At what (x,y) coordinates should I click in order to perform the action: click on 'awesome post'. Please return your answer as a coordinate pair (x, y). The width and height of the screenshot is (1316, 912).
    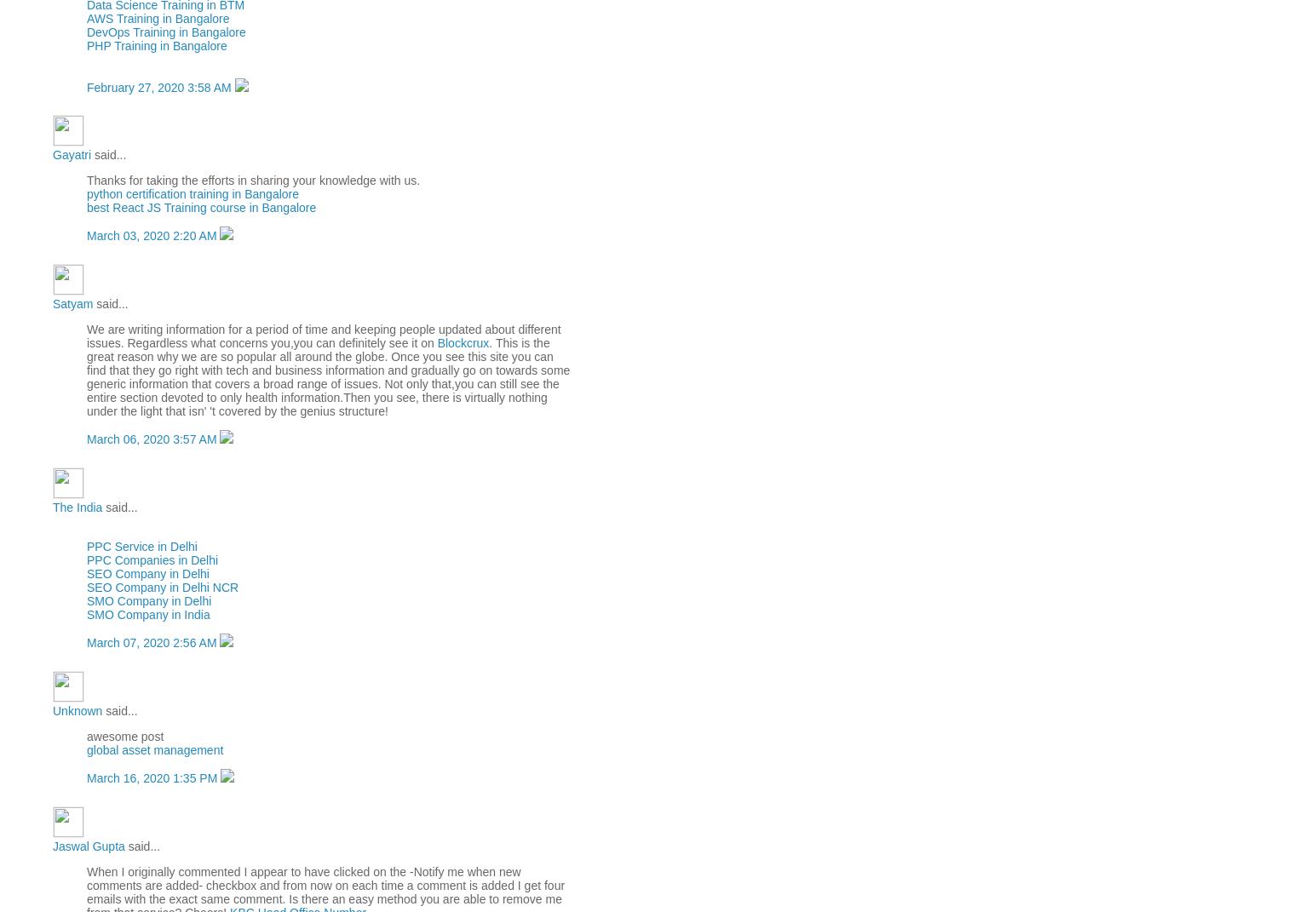
    Looking at the image, I should click on (124, 735).